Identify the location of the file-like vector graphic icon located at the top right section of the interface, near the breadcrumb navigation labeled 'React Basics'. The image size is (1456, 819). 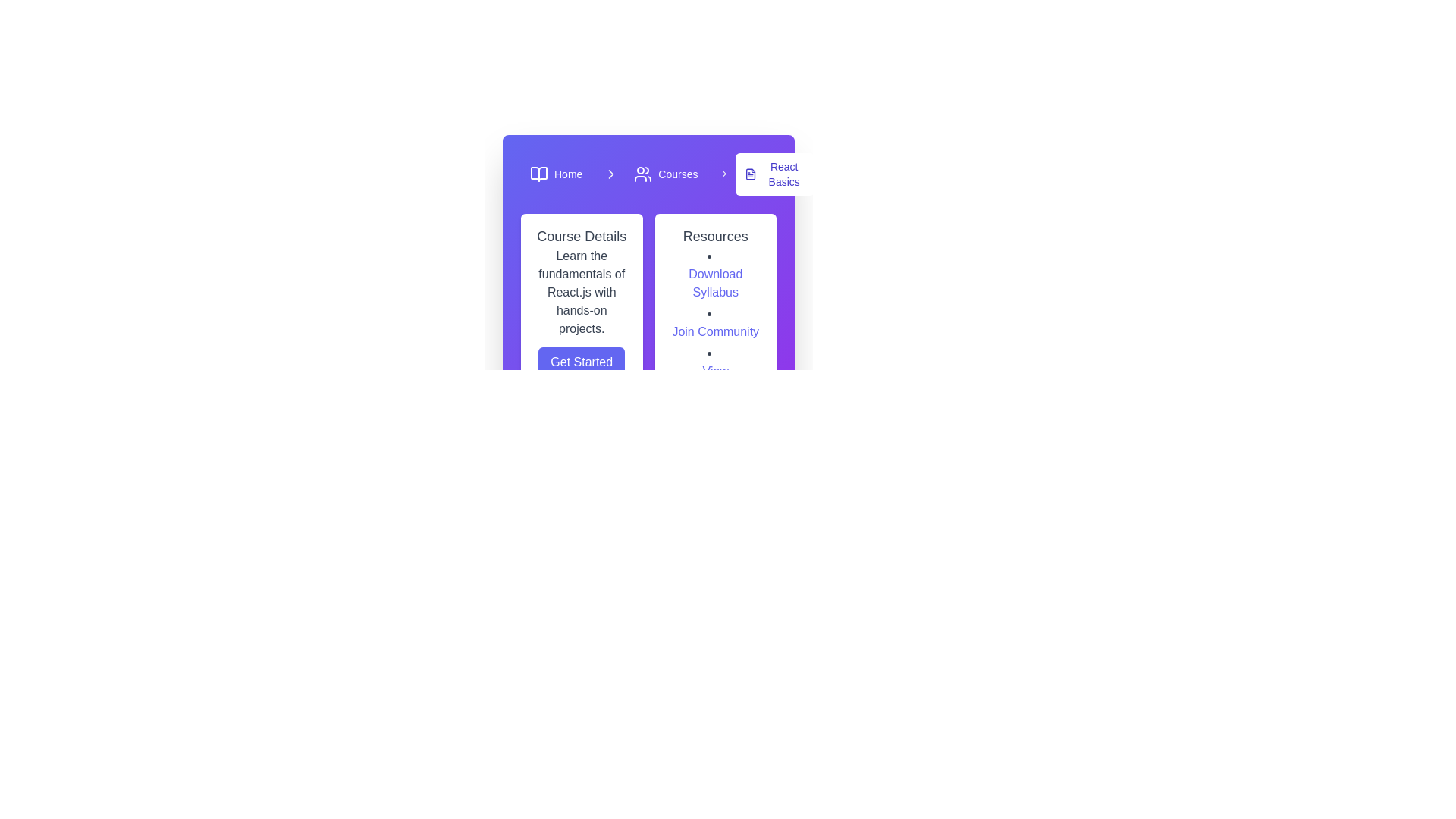
(751, 174).